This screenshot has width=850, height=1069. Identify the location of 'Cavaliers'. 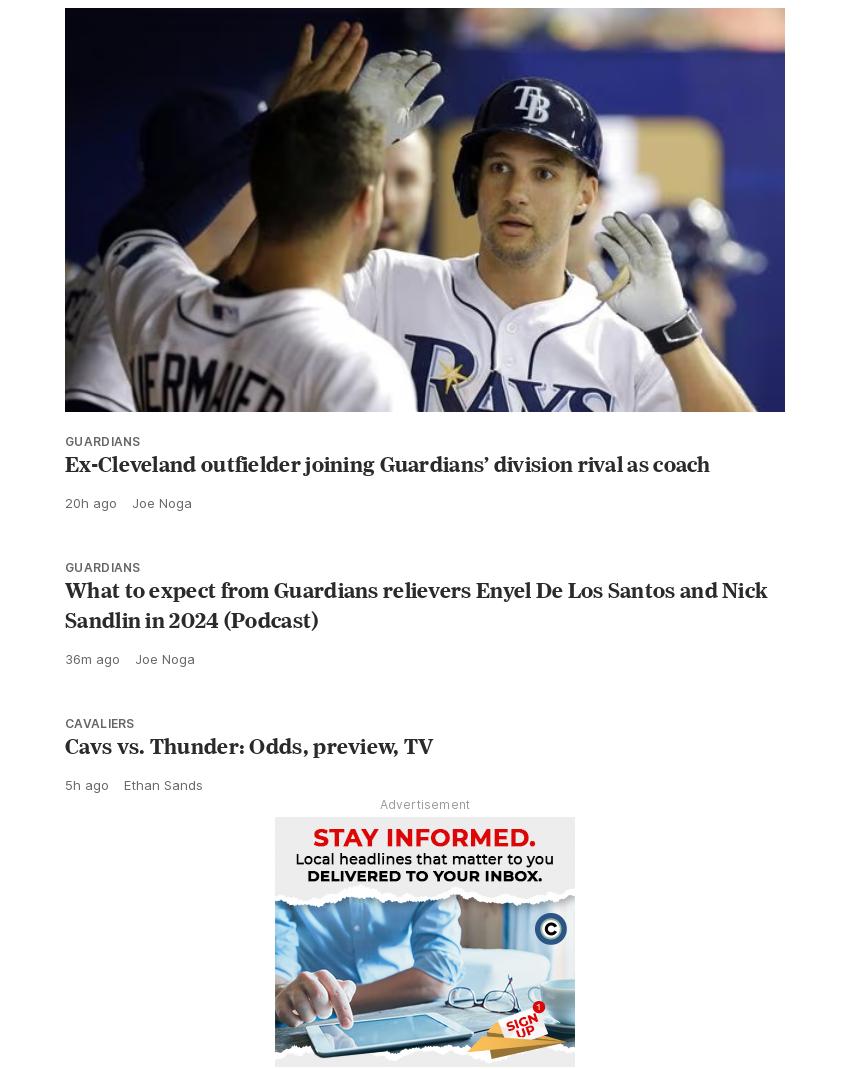
(98, 767).